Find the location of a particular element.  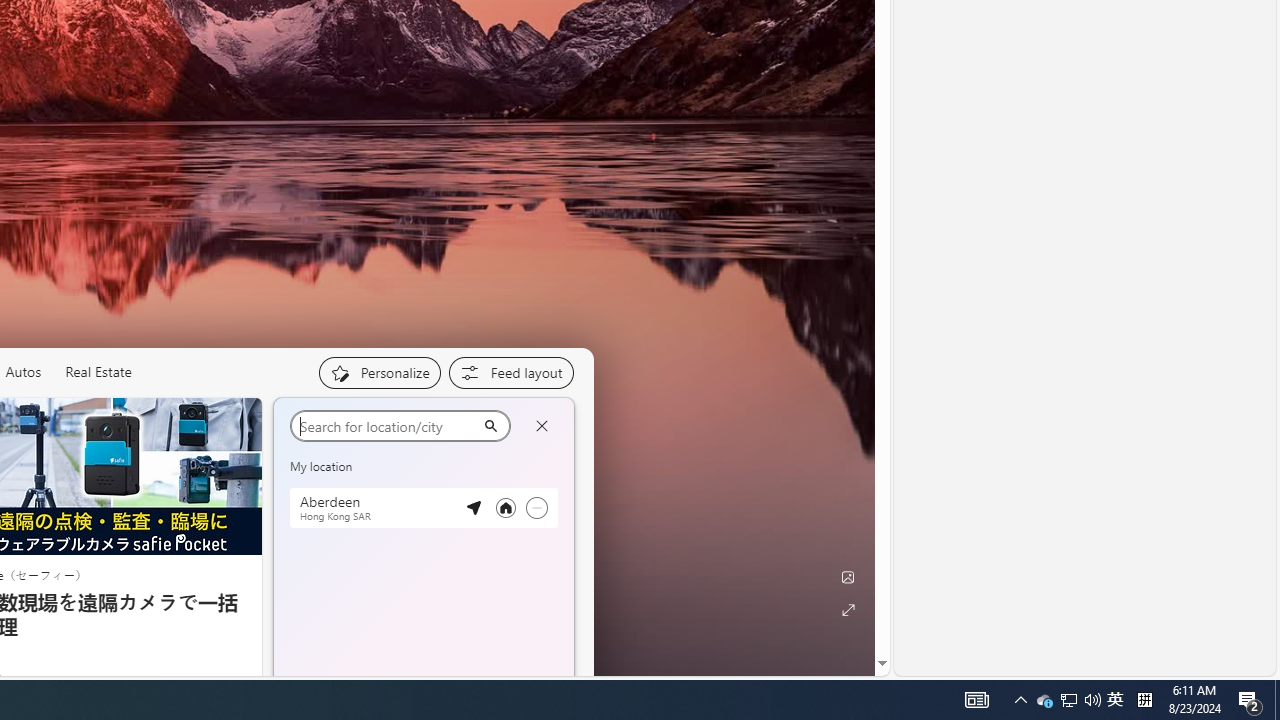

'Detected location' is located at coordinates (472, 506).